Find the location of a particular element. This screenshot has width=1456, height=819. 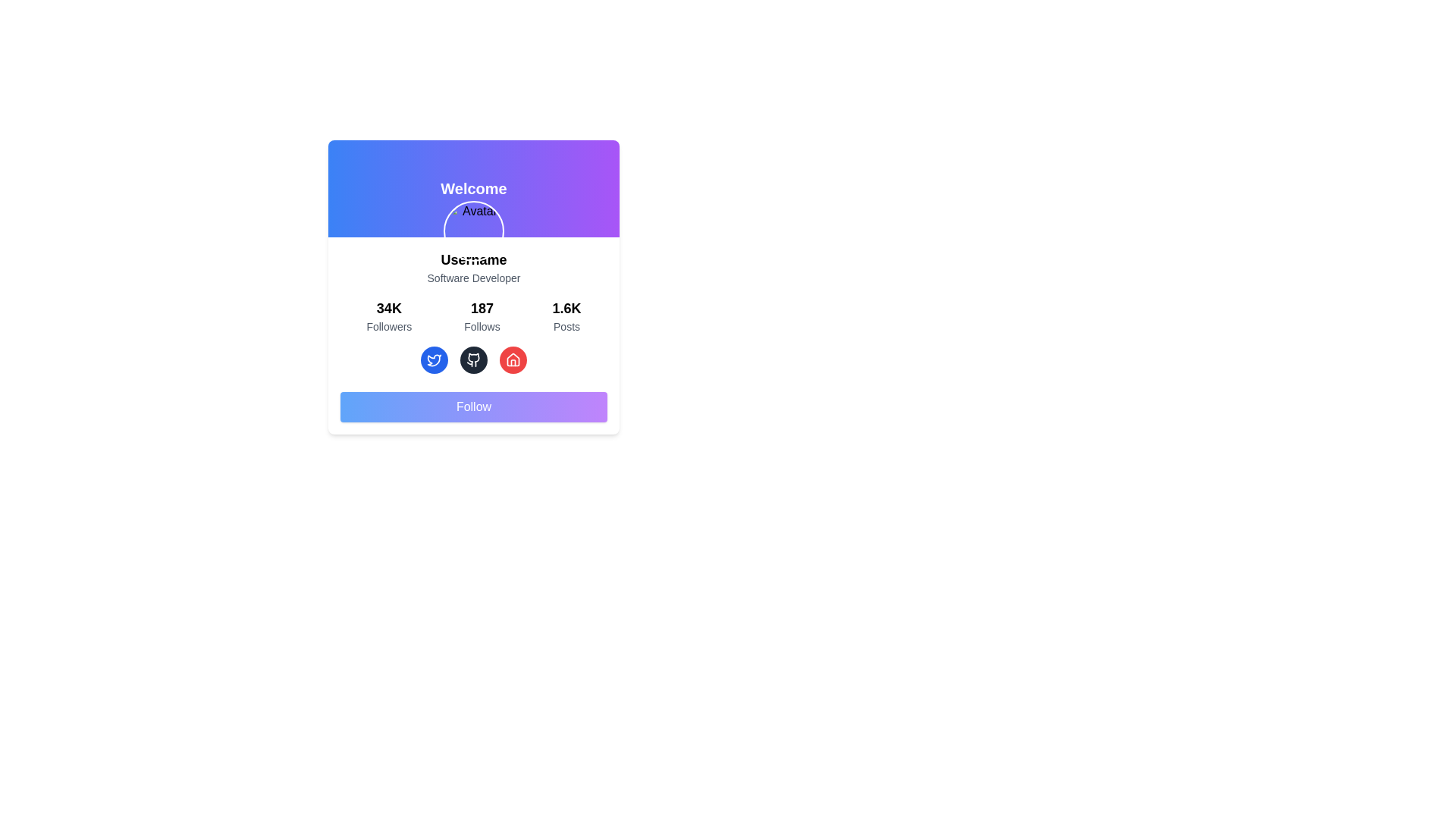

the text display element that shows the total number of posts attributed to the user, located on the right side of the statistics group in the user profile card layout is located at coordinates (566, 315).